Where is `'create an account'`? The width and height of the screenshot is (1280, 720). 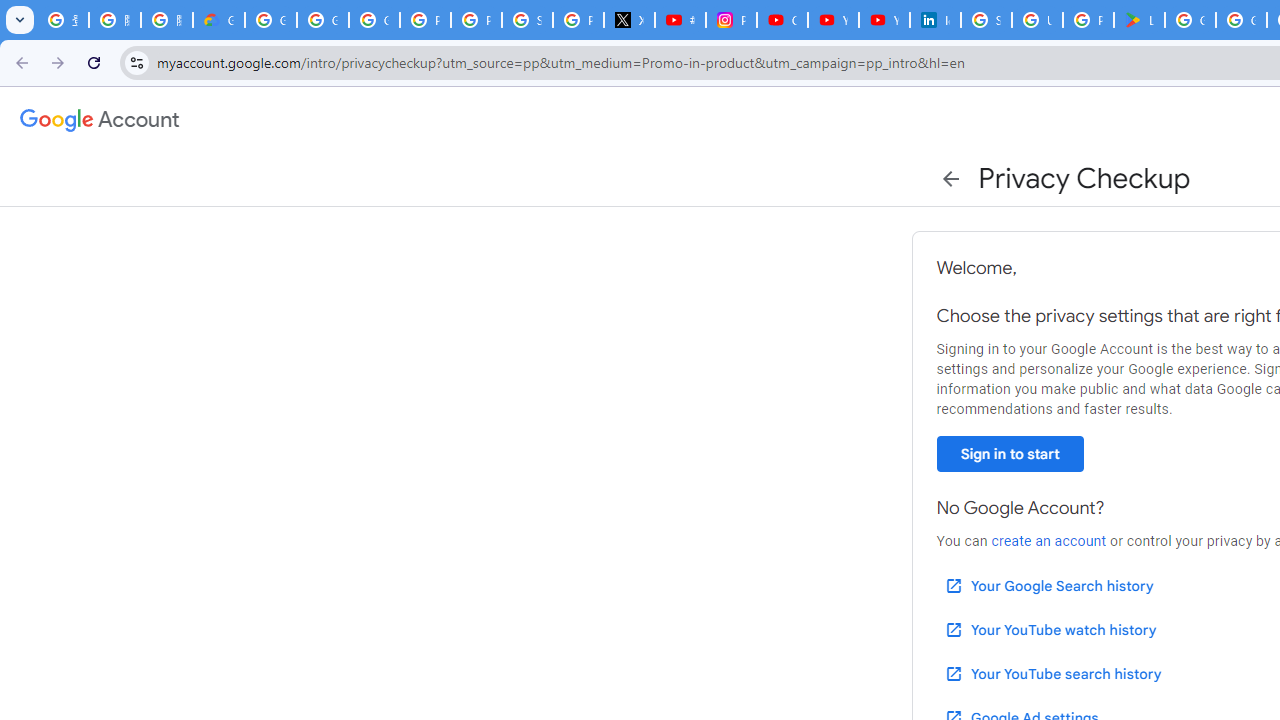
'create an account' is located at coordinates (1047, 541).